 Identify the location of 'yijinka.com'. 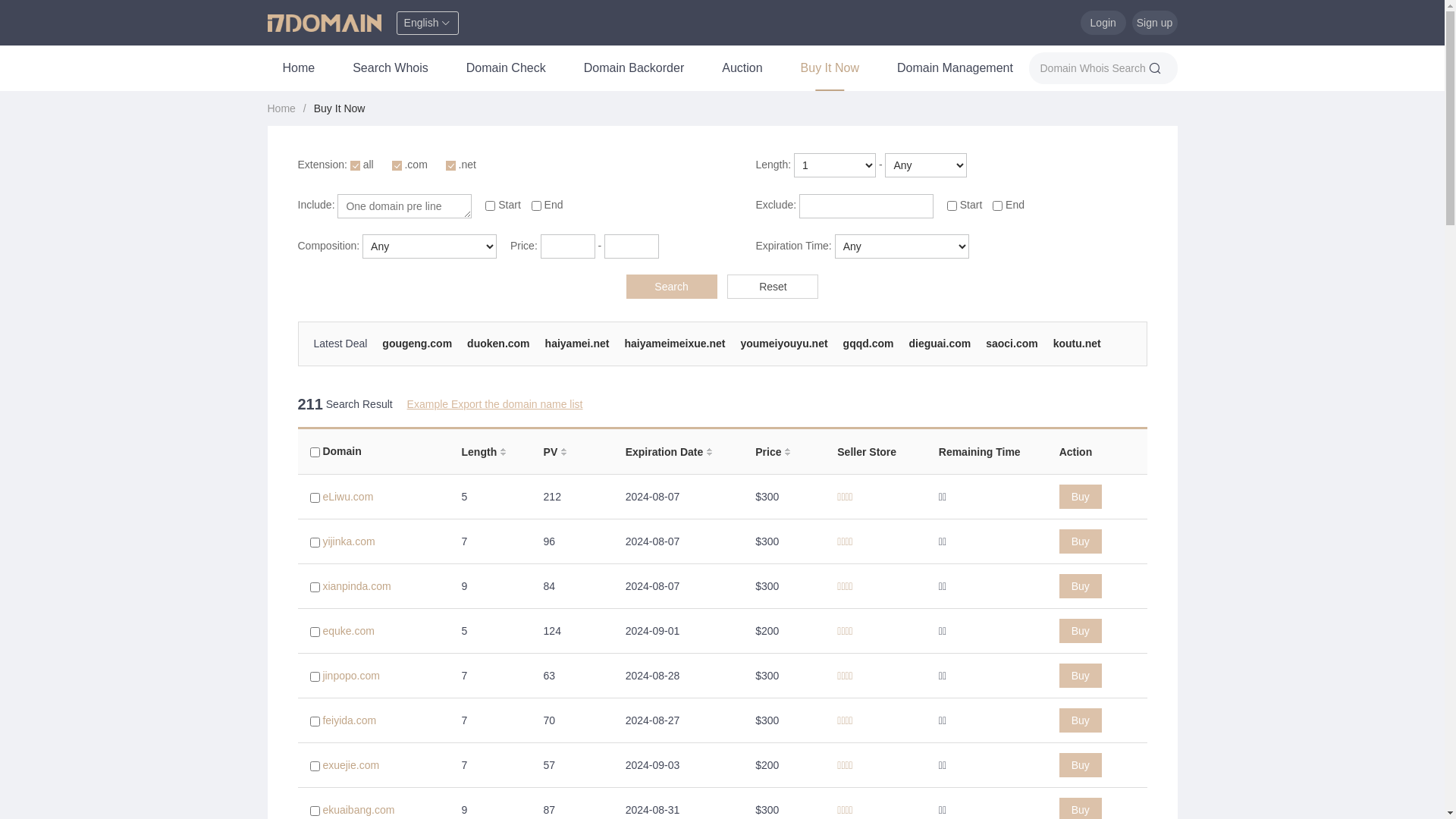
(347, 540).